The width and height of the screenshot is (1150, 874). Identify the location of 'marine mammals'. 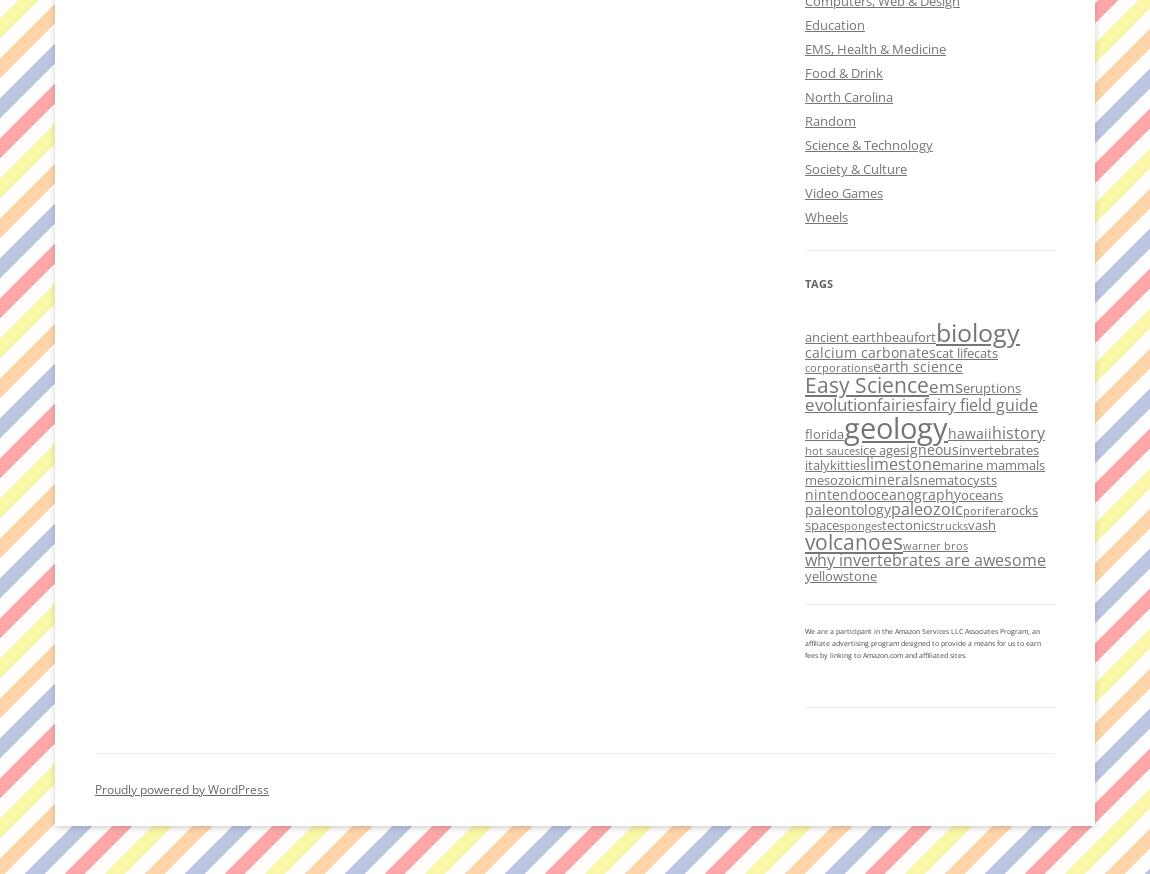
(941, 463).